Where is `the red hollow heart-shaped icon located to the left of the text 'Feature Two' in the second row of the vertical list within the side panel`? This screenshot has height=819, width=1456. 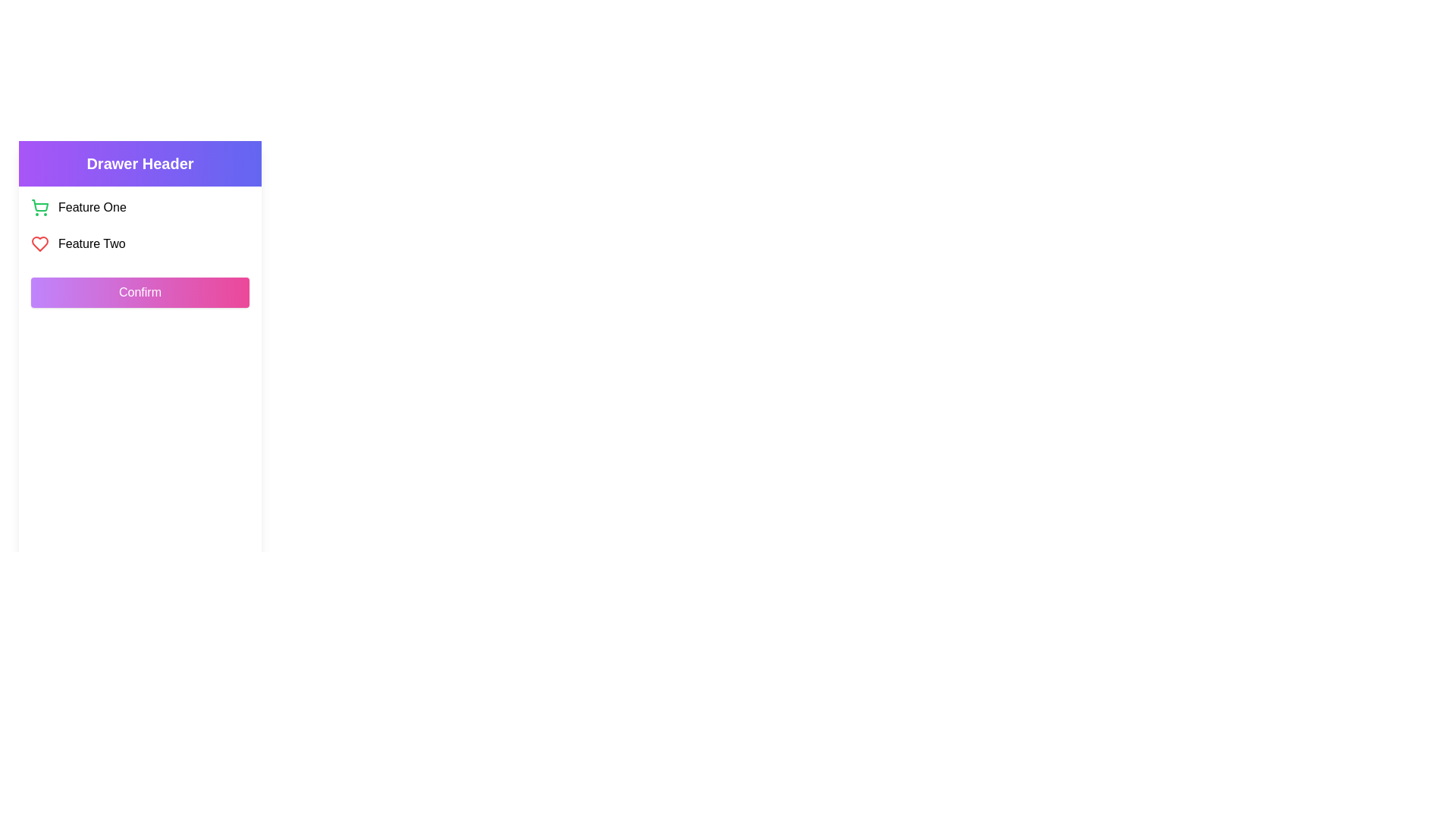 the red hollow heart-shaped icon located to the left of the text 'Feature Two' in the second row of the vertical list within the side panel is located at coordinates (39, 243).